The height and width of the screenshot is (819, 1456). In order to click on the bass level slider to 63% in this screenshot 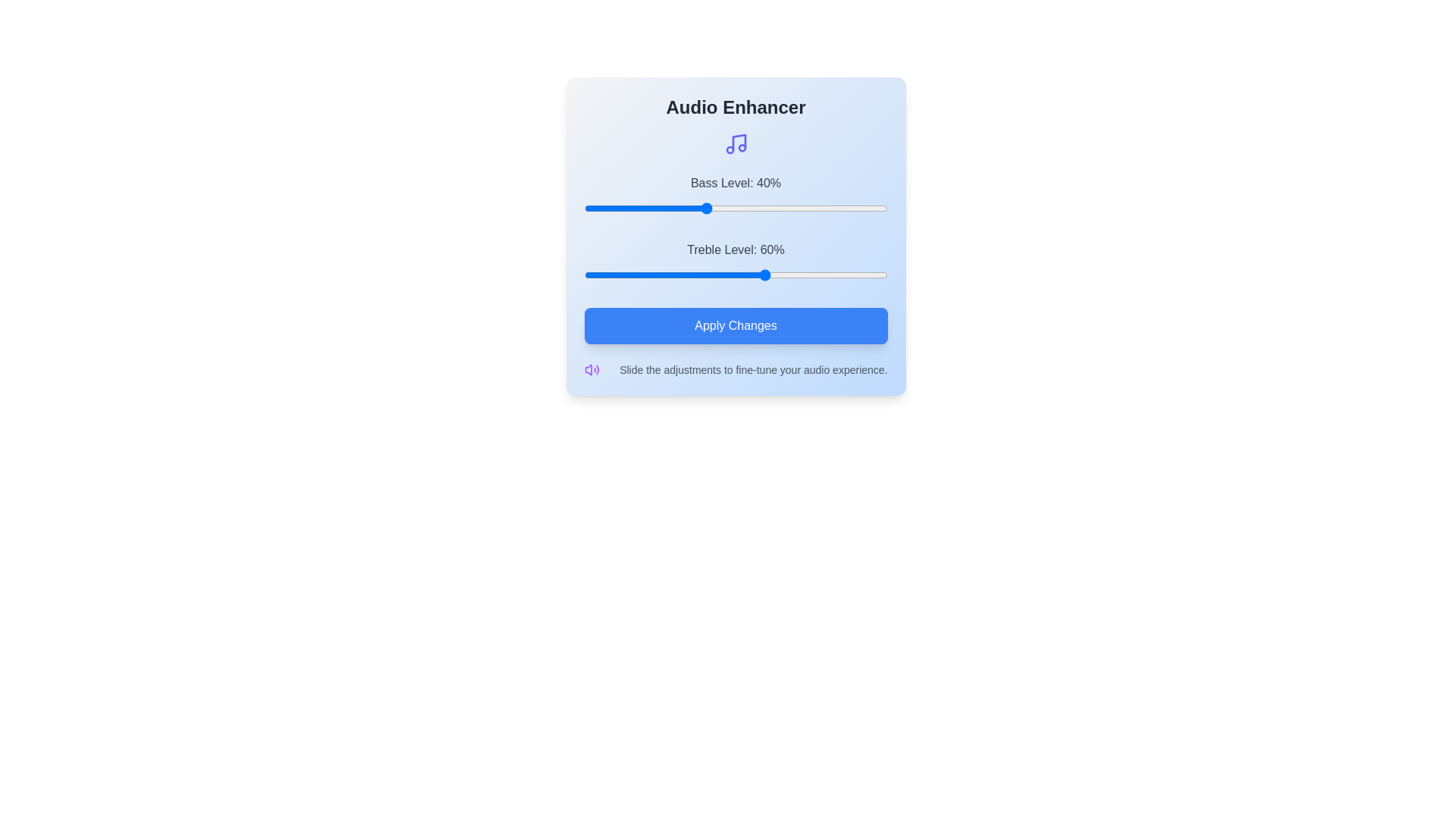, I will do `click(775, 208)`.